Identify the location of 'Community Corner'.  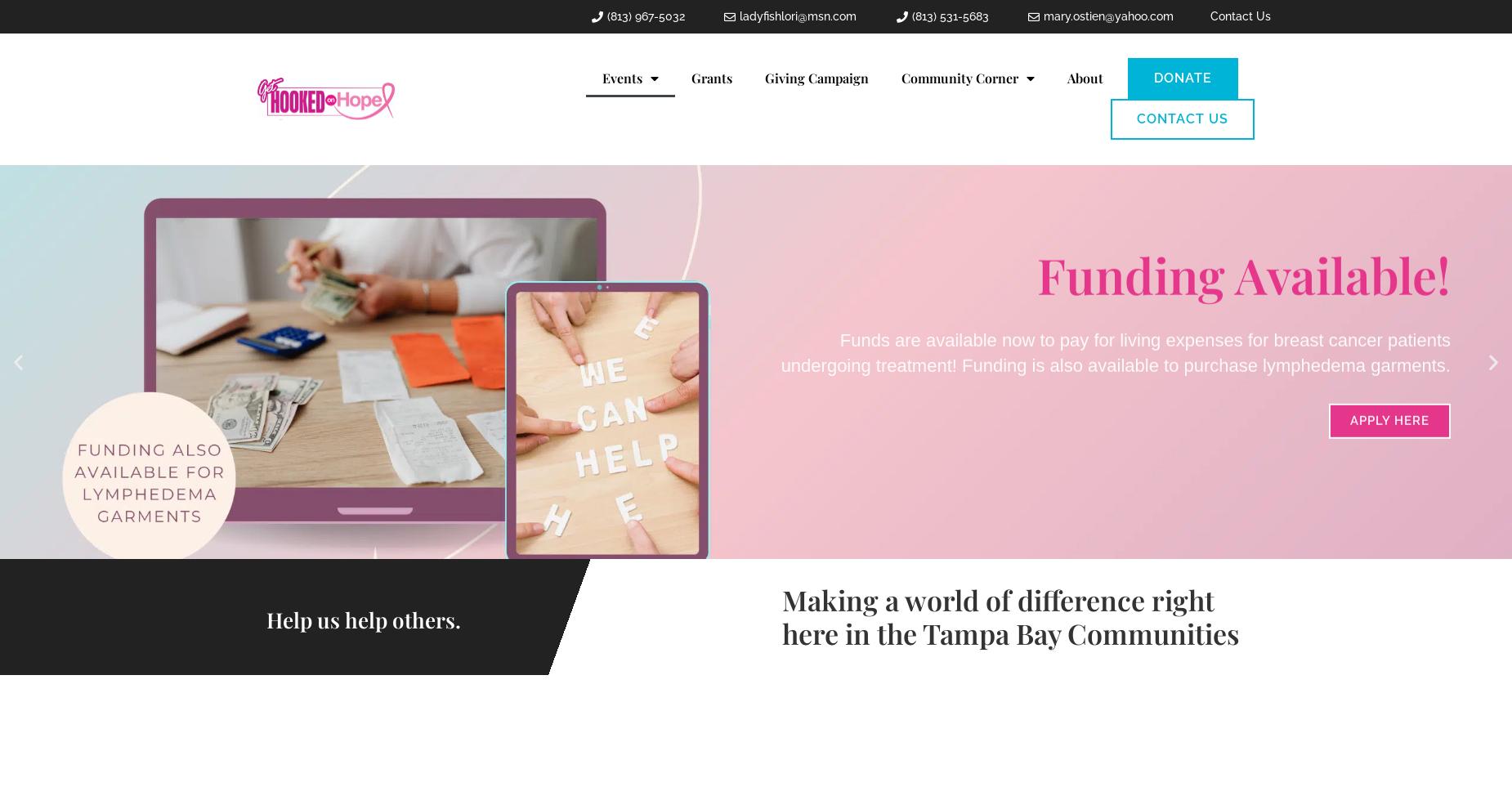
(958, 77).